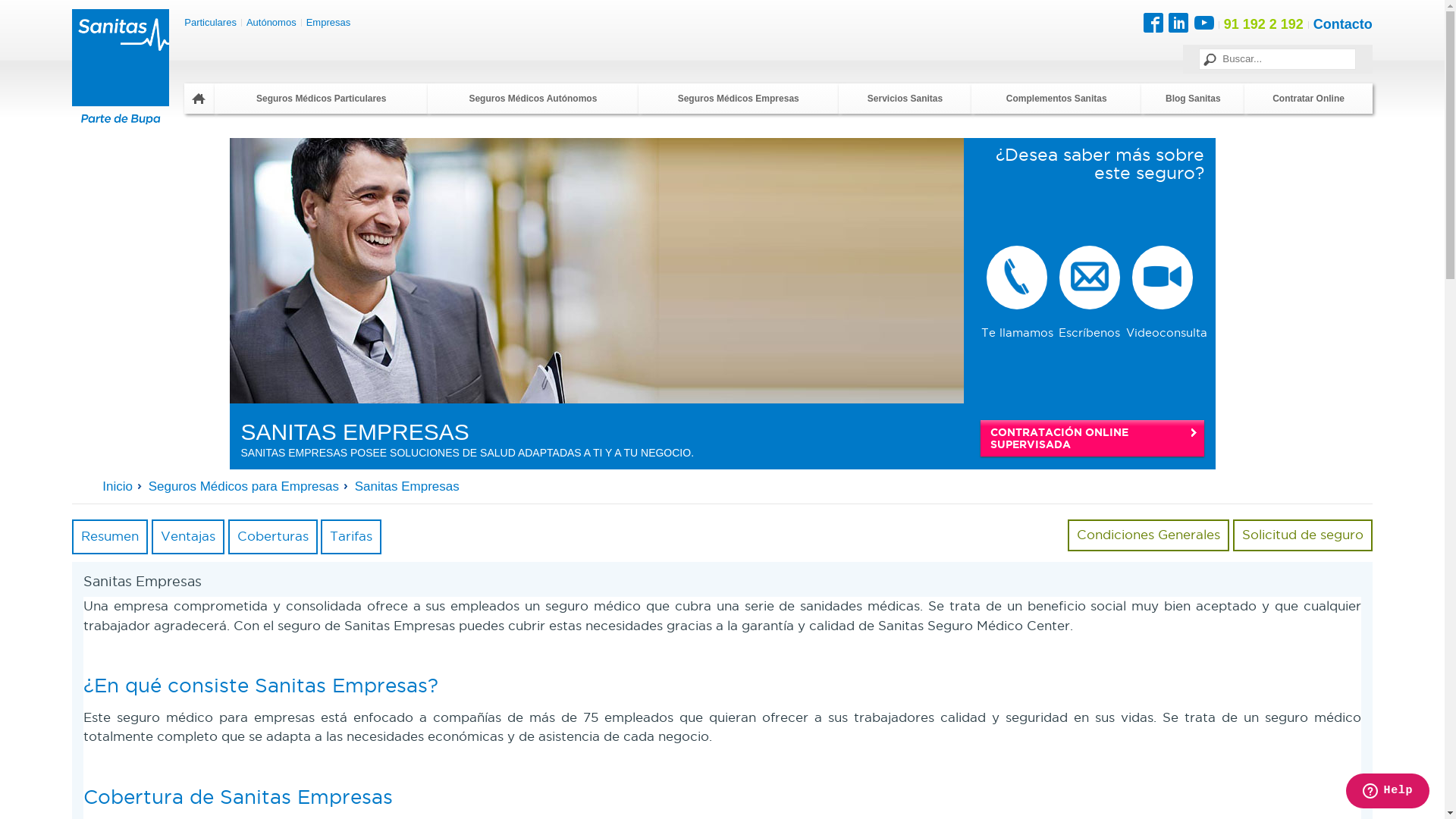 The width and height of the screenshot is (1456, 819). I want to click on 'Ventajas', so click(187, 536).